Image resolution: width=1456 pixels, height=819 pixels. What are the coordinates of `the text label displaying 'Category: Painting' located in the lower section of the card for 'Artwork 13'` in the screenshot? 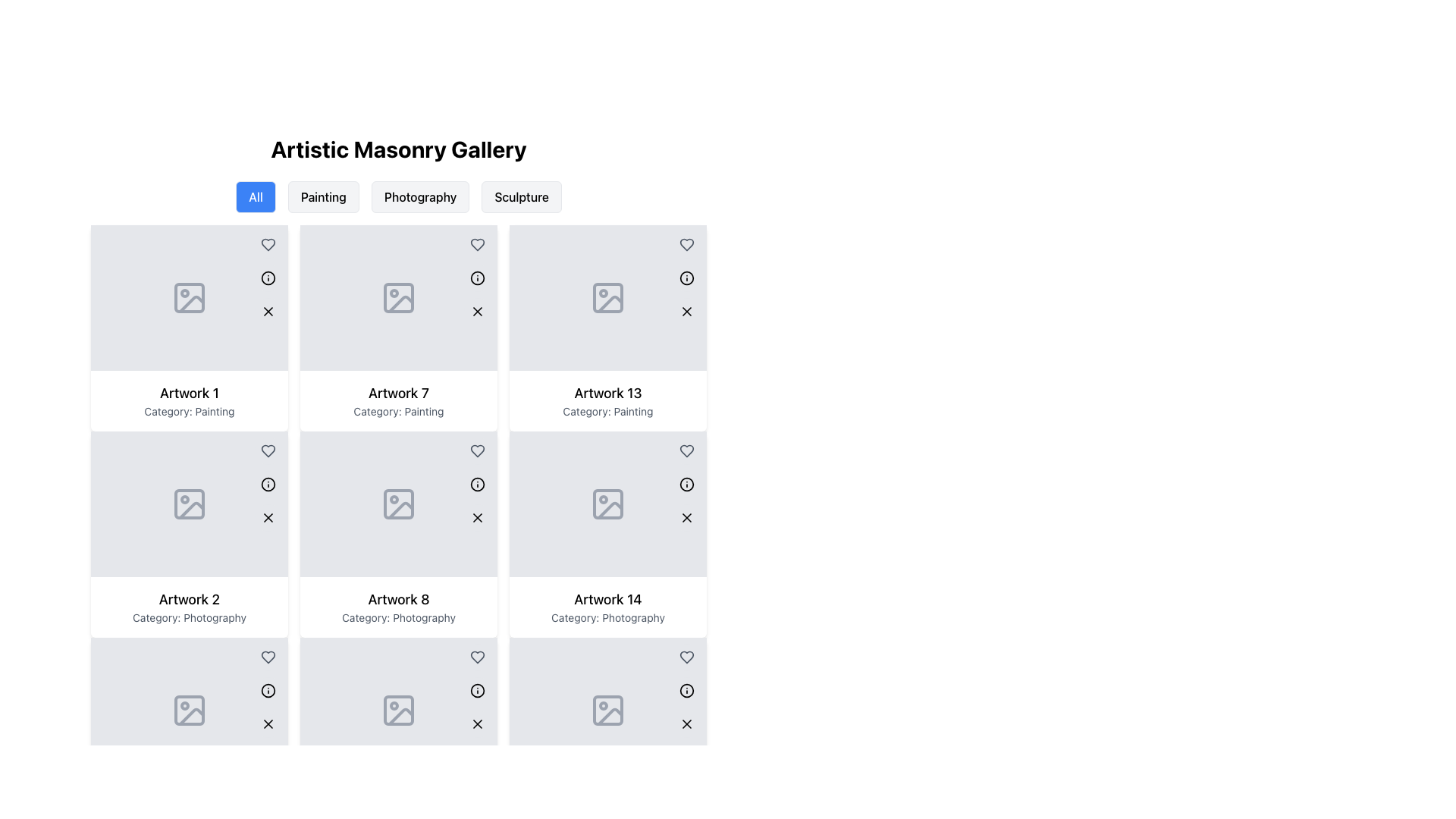 It's located at (607, 412).